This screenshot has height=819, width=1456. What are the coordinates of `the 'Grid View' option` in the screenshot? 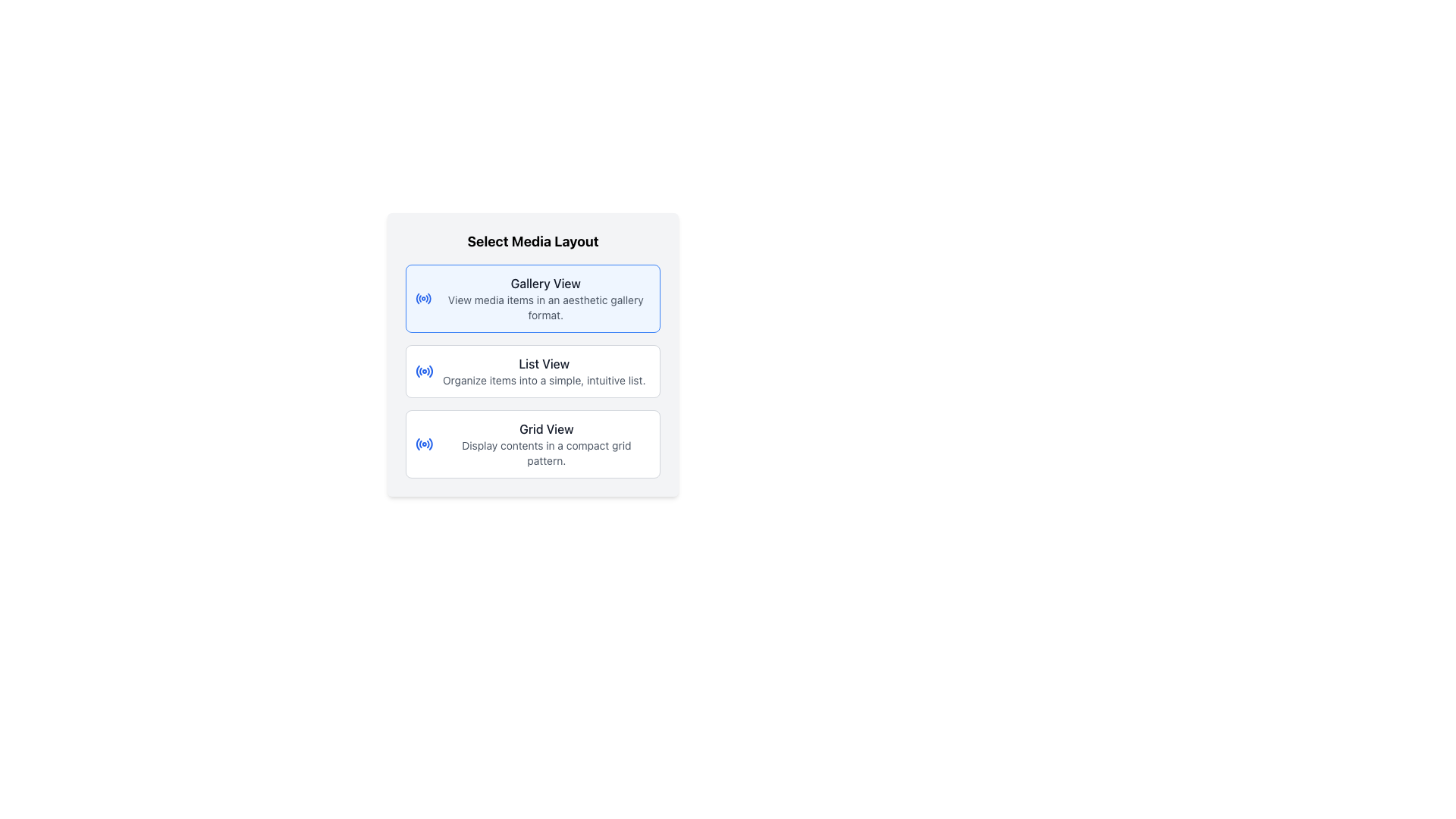 It's located at (546, 444).